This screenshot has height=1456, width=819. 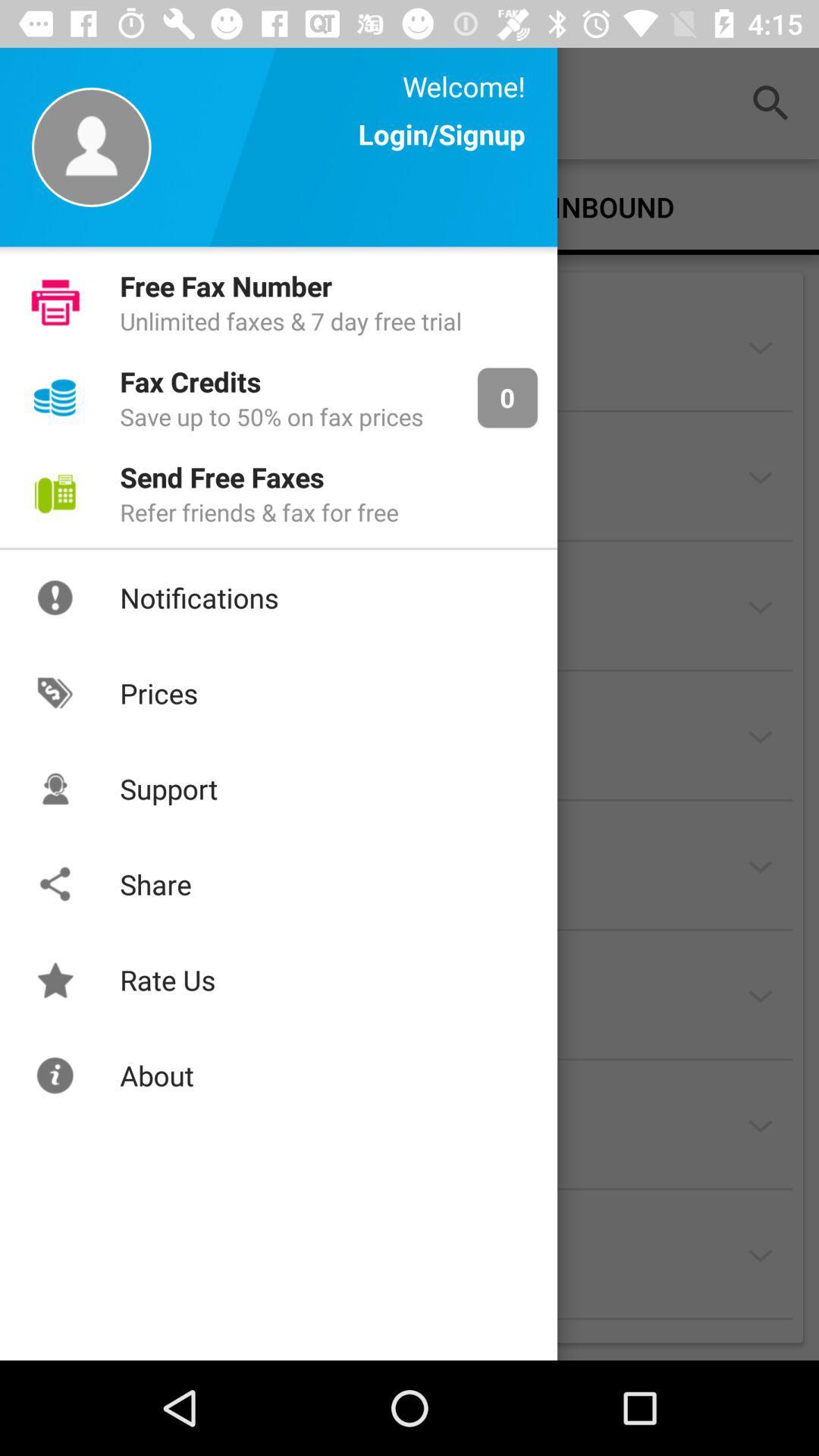 I want to click on loginsignup, so click(x=441, y=149).